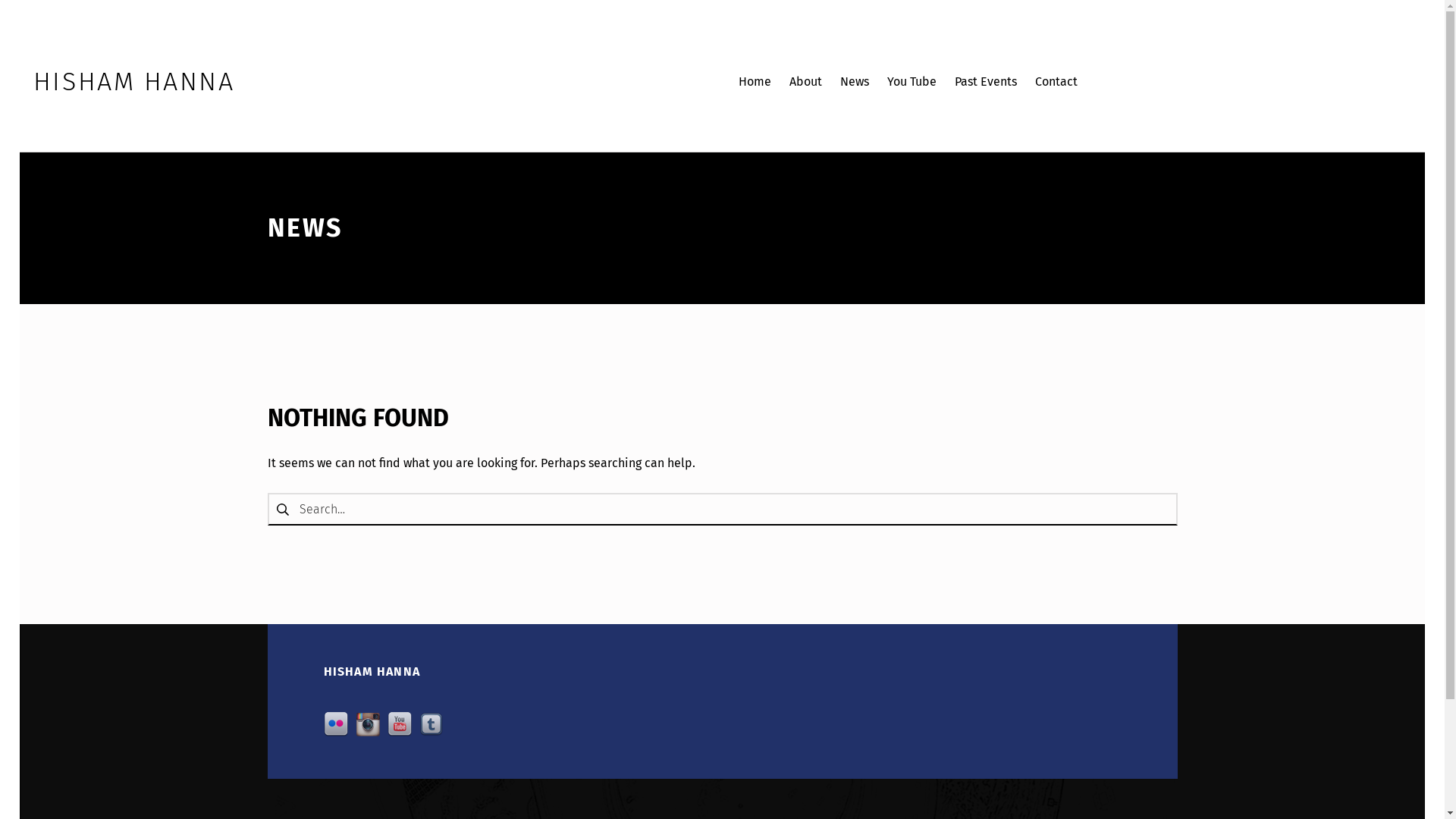 This screenshot has width=1456, height=819. What do you see at coordinates (911, 82) in the screenshot?
I see `'You Tube'` at bounding box center [911, 82].